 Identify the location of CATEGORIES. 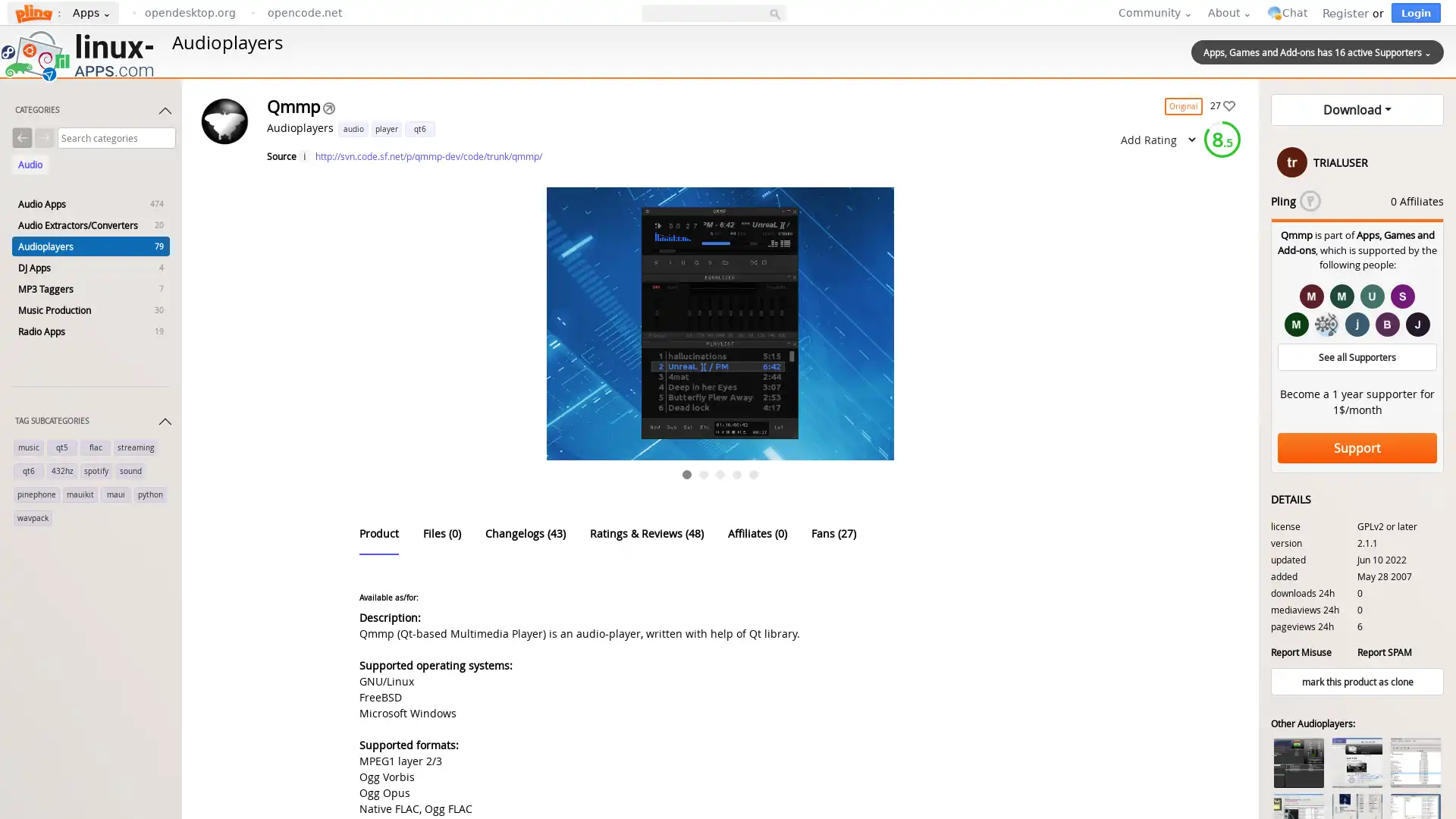
(93, 113).